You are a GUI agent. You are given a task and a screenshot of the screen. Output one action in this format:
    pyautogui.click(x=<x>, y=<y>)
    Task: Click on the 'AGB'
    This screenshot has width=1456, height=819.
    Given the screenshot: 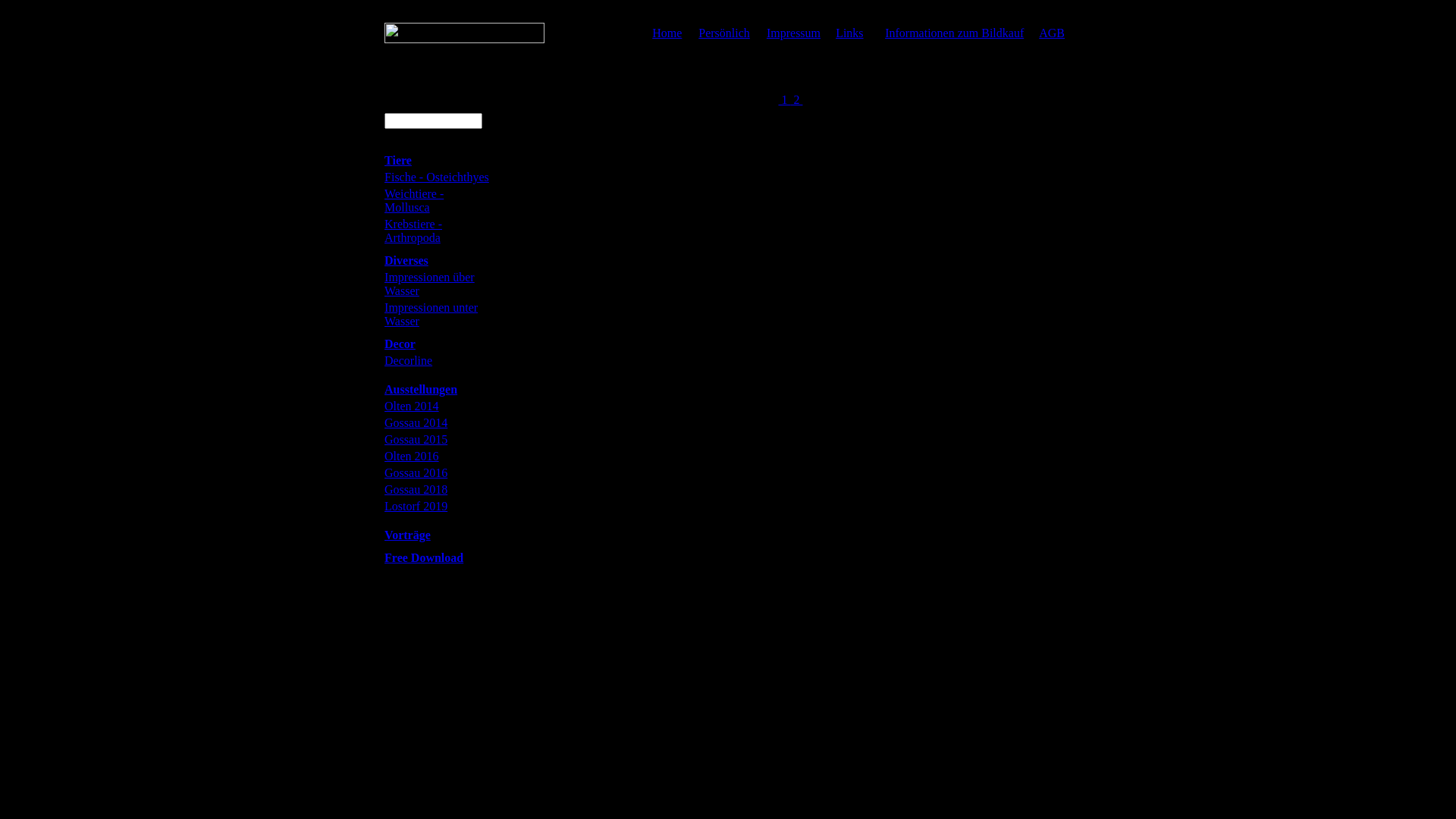 What is the action you would take?
    pyautogui.click(x=1051, y=32)
    